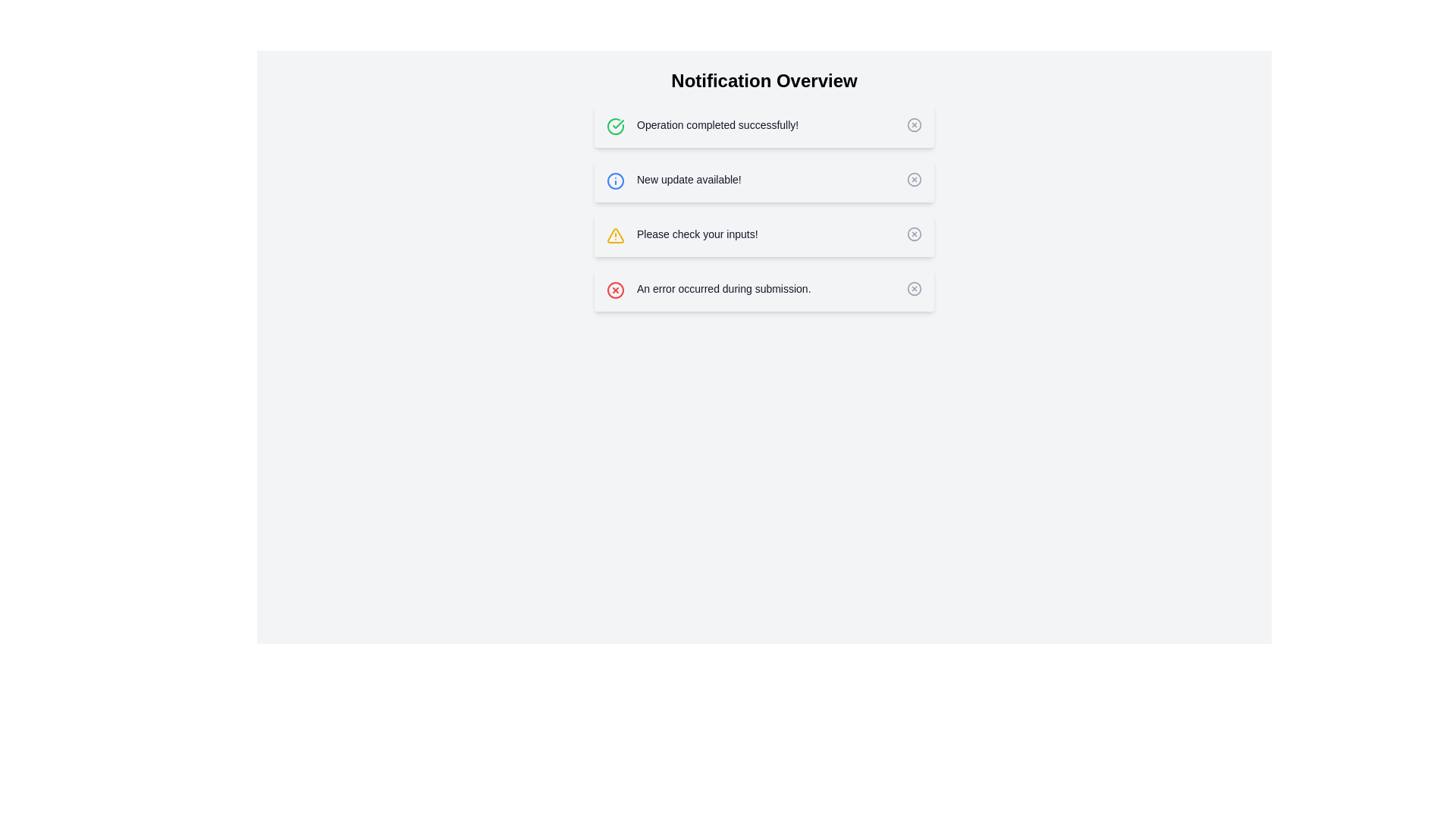 This screenshot has width=1456, height=819. I want to click on the yellow triangular warning icon with a centered exclamation mark, which is the leftmost icon in the third row of the notification list, so click(615, 236).